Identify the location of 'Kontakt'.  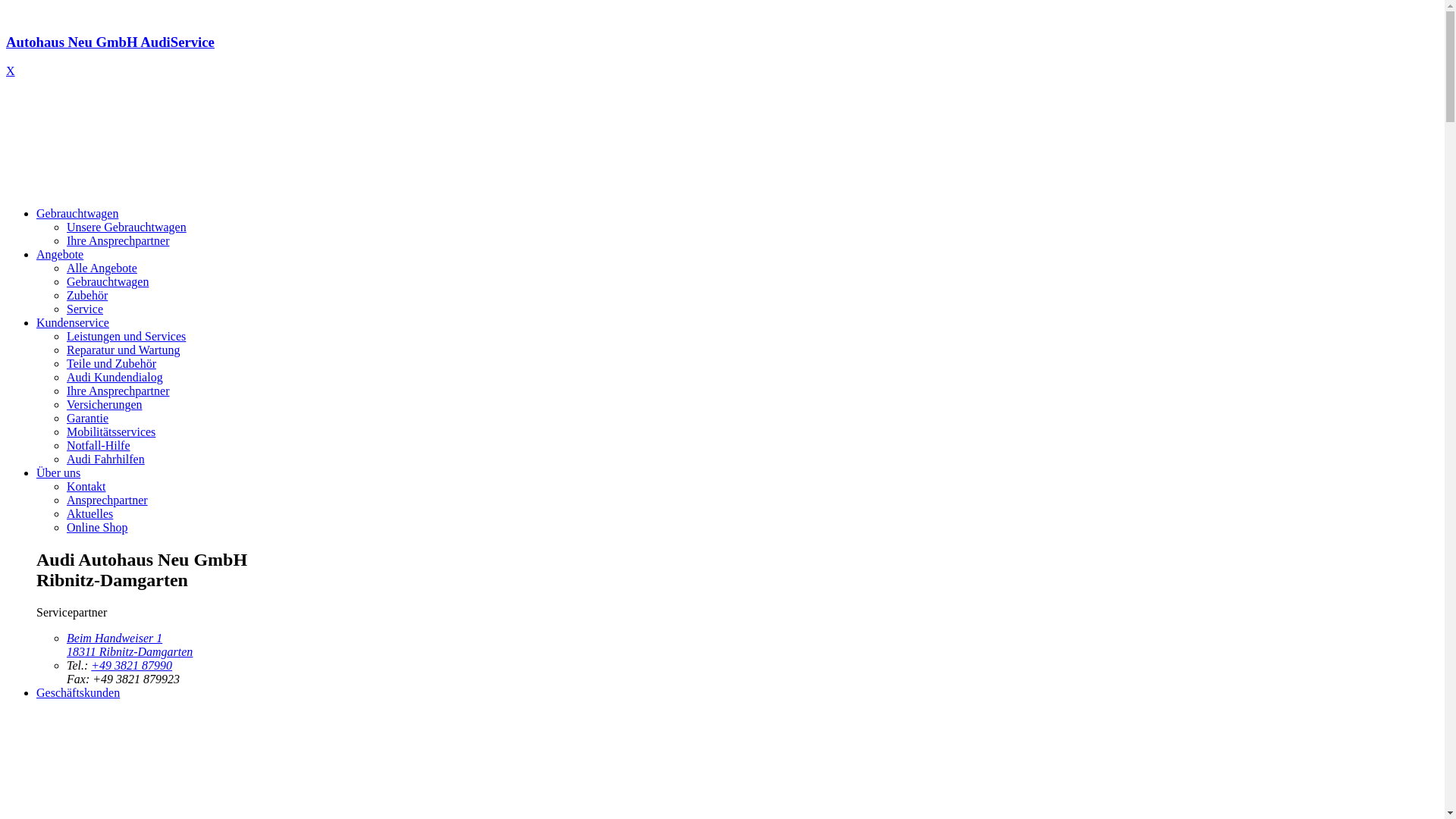
(86, 486).